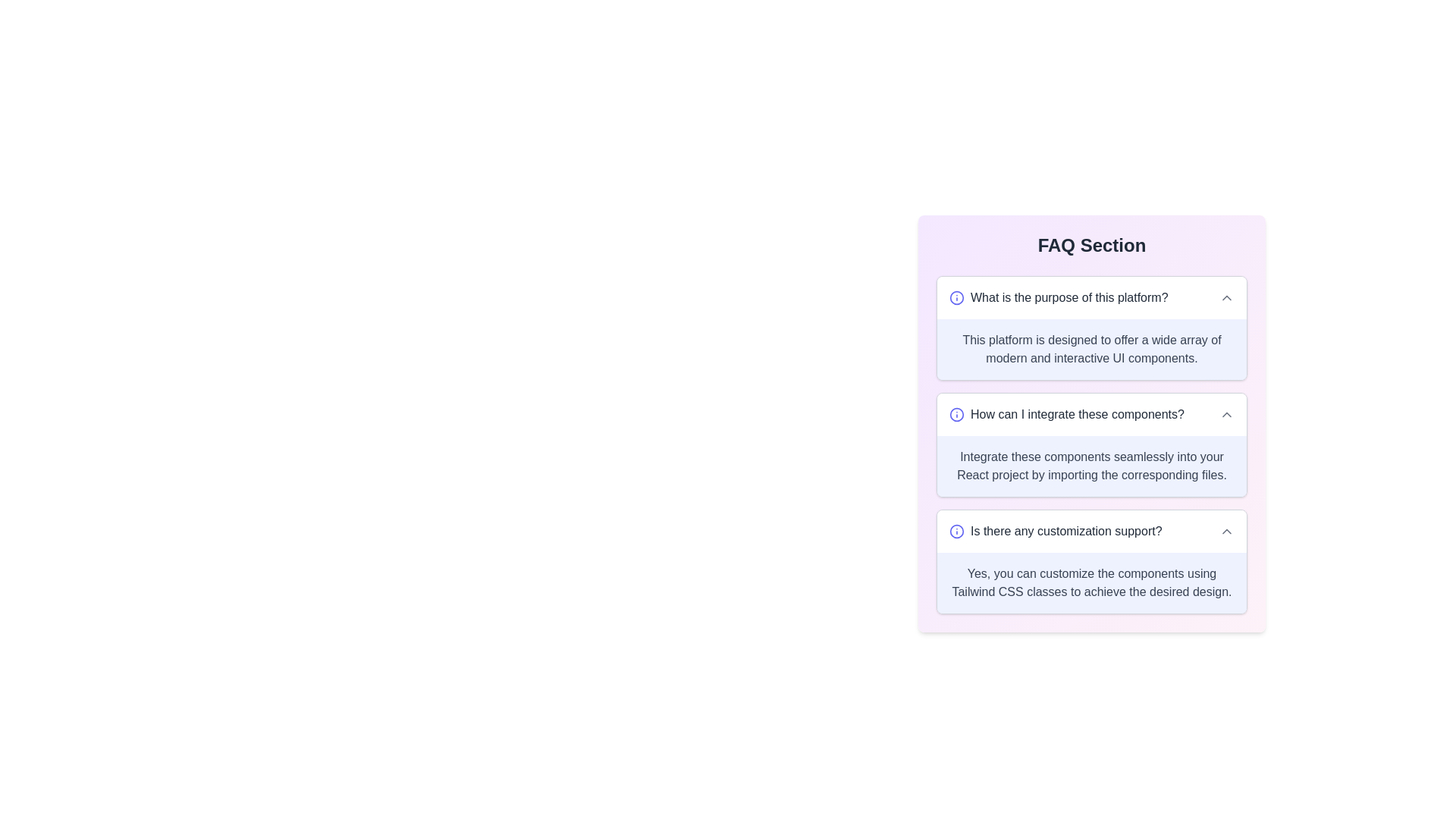 The image size is (1456, 819). Describe the element at coordinates (956, 298) in the screenshot. I see `the visual styling of the SVG Circle element located next to the question 'What is the purpose of this platform?' in the FAQ section` at that location.